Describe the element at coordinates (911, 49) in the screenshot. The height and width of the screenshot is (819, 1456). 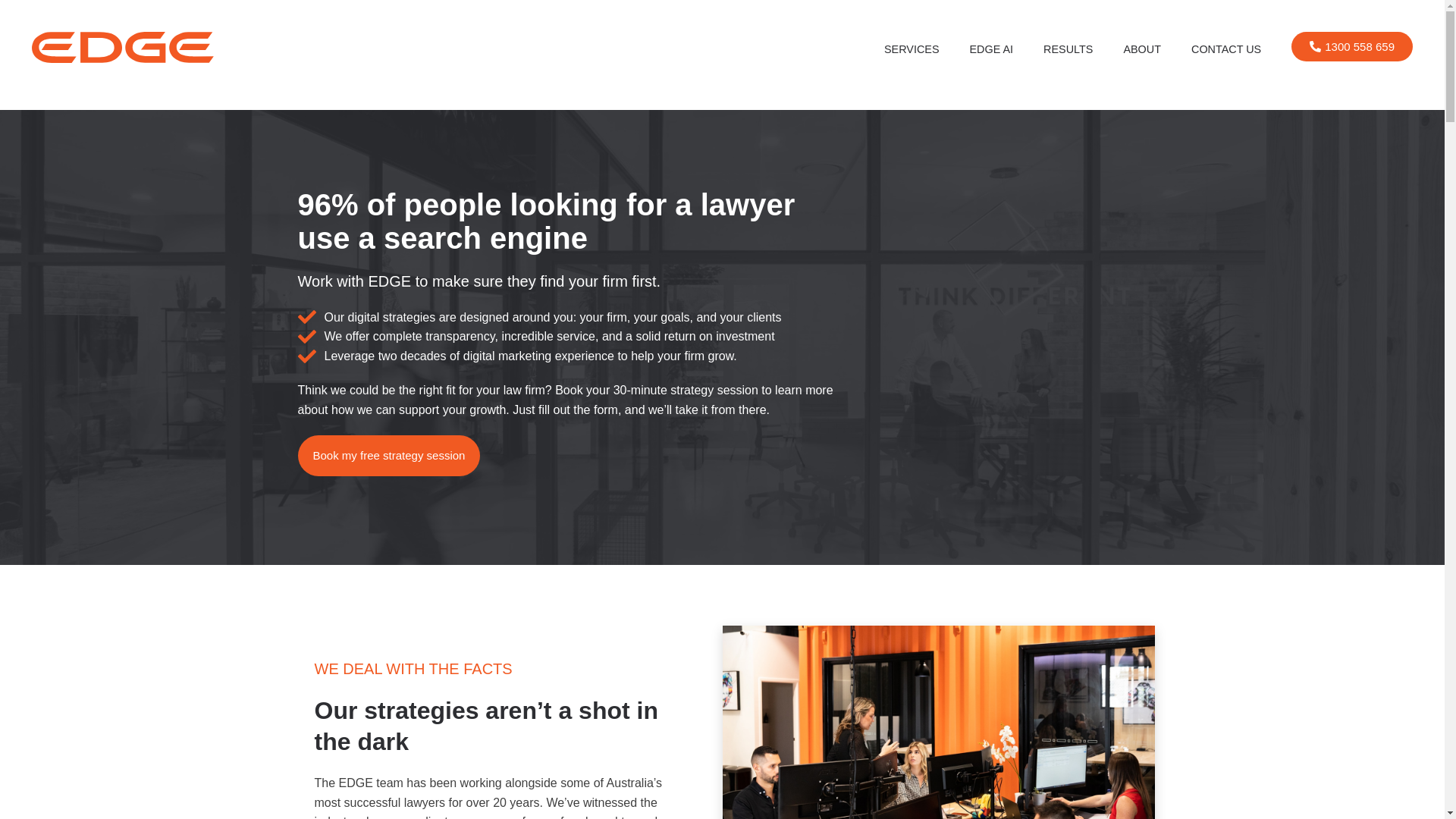
I see `'SERVICES'` at that location.